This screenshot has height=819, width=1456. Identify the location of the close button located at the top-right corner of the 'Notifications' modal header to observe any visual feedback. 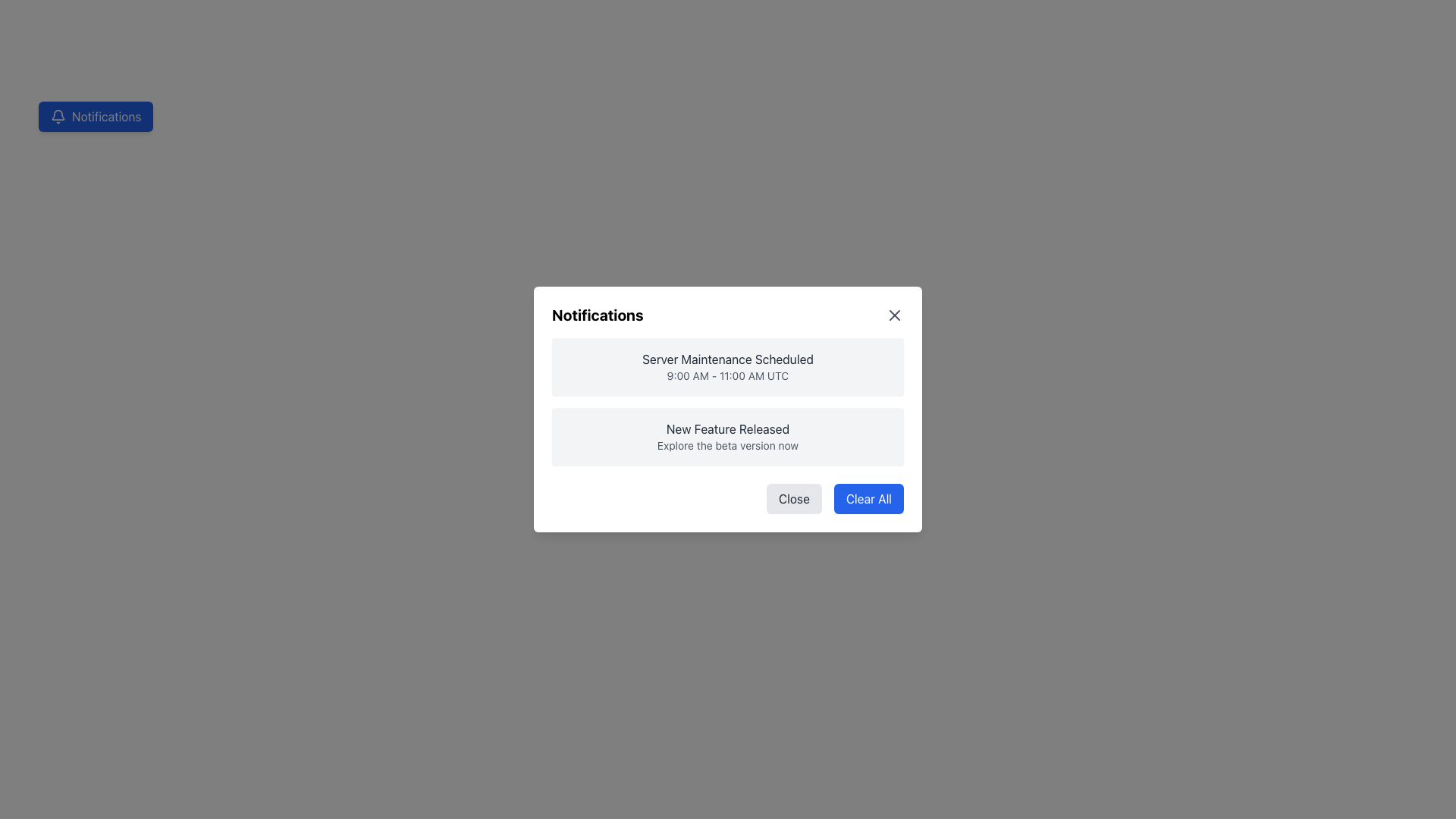
(895, 315).